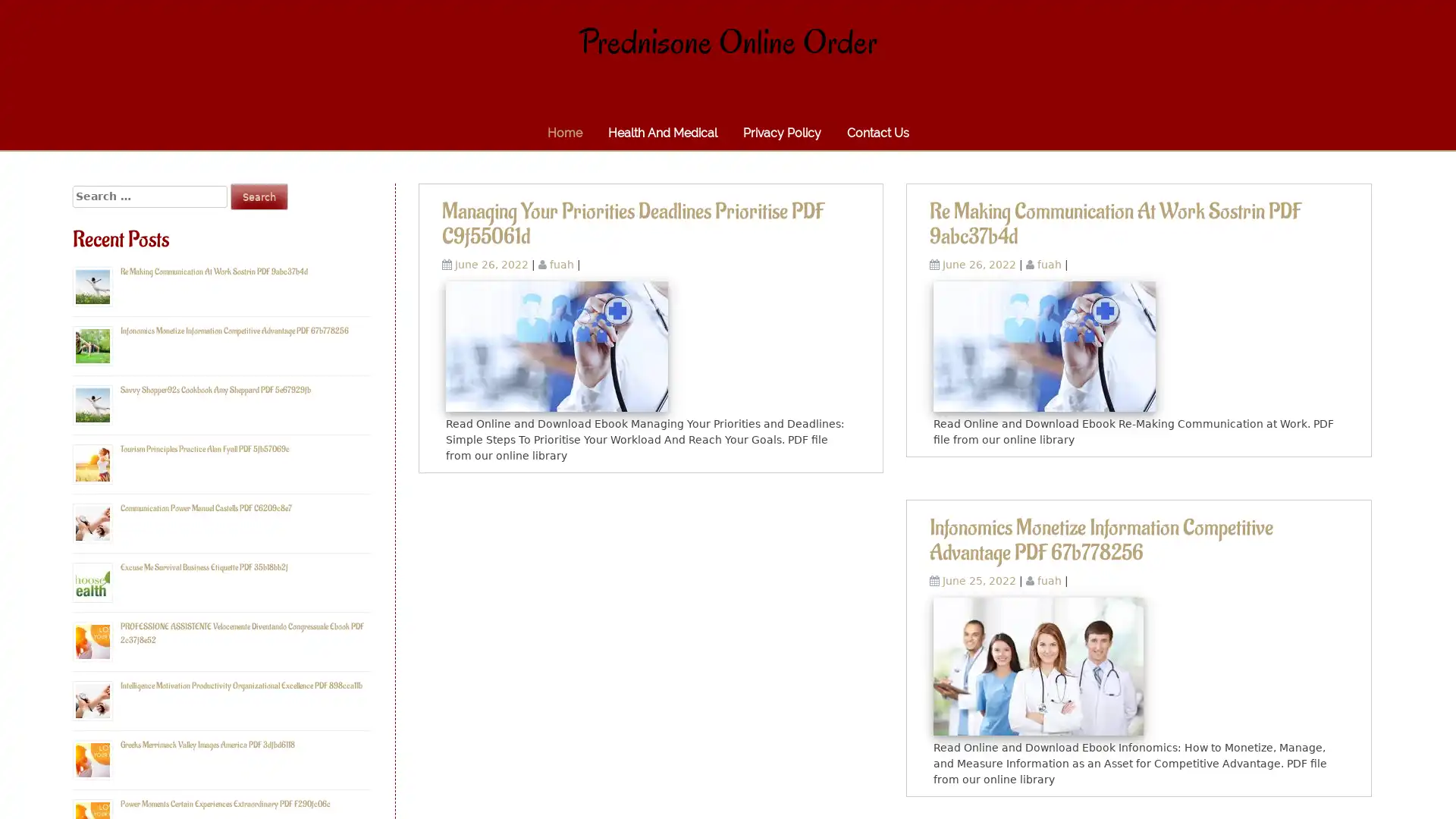 This screenshot has width=1456, height=819. Describe the element at coordinates (259, 196) in the screenshot. I see `Search` at that location.